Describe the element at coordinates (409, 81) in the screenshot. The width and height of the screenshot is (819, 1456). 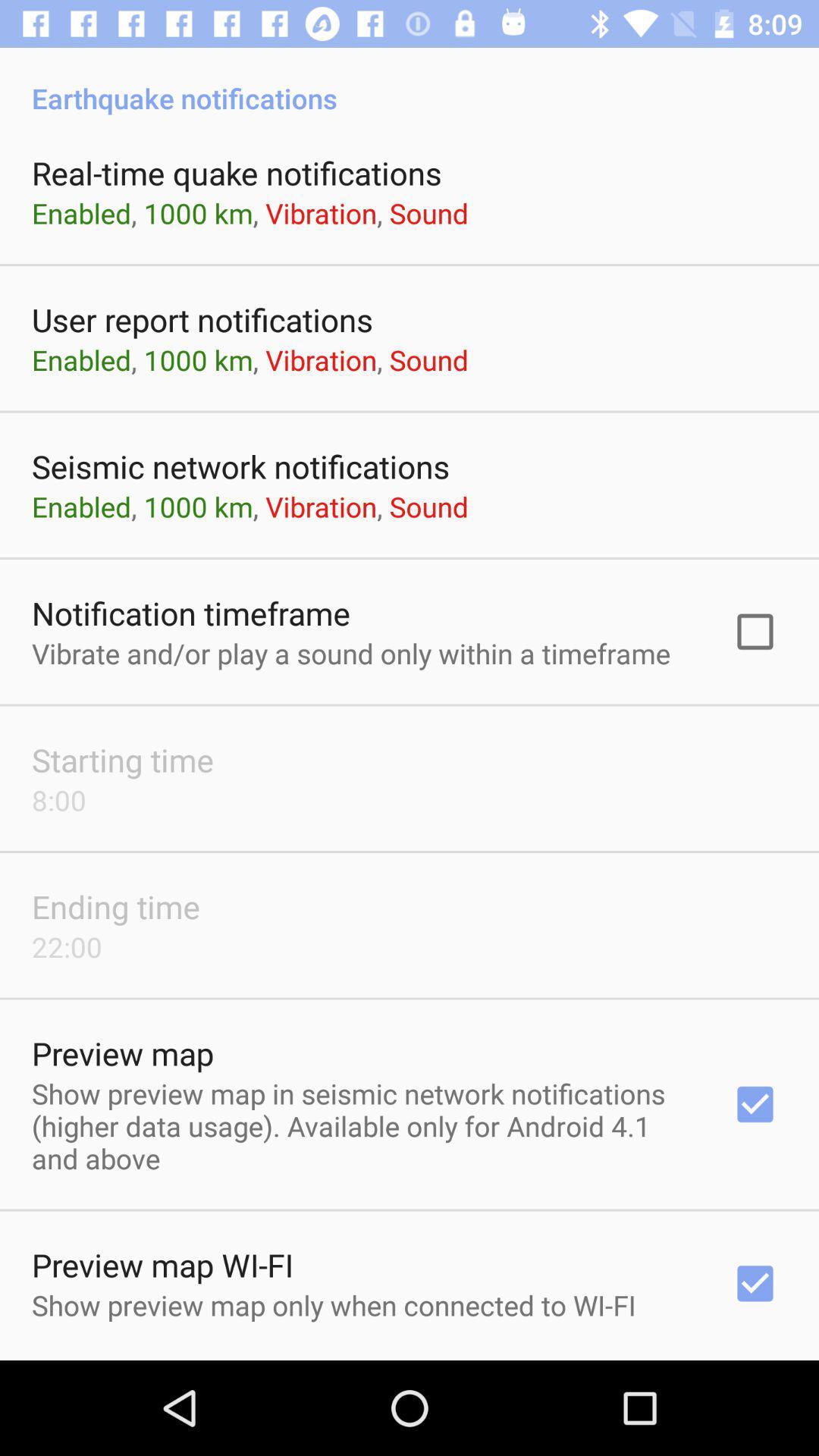
I see `earthquake notifications icon` at that location.